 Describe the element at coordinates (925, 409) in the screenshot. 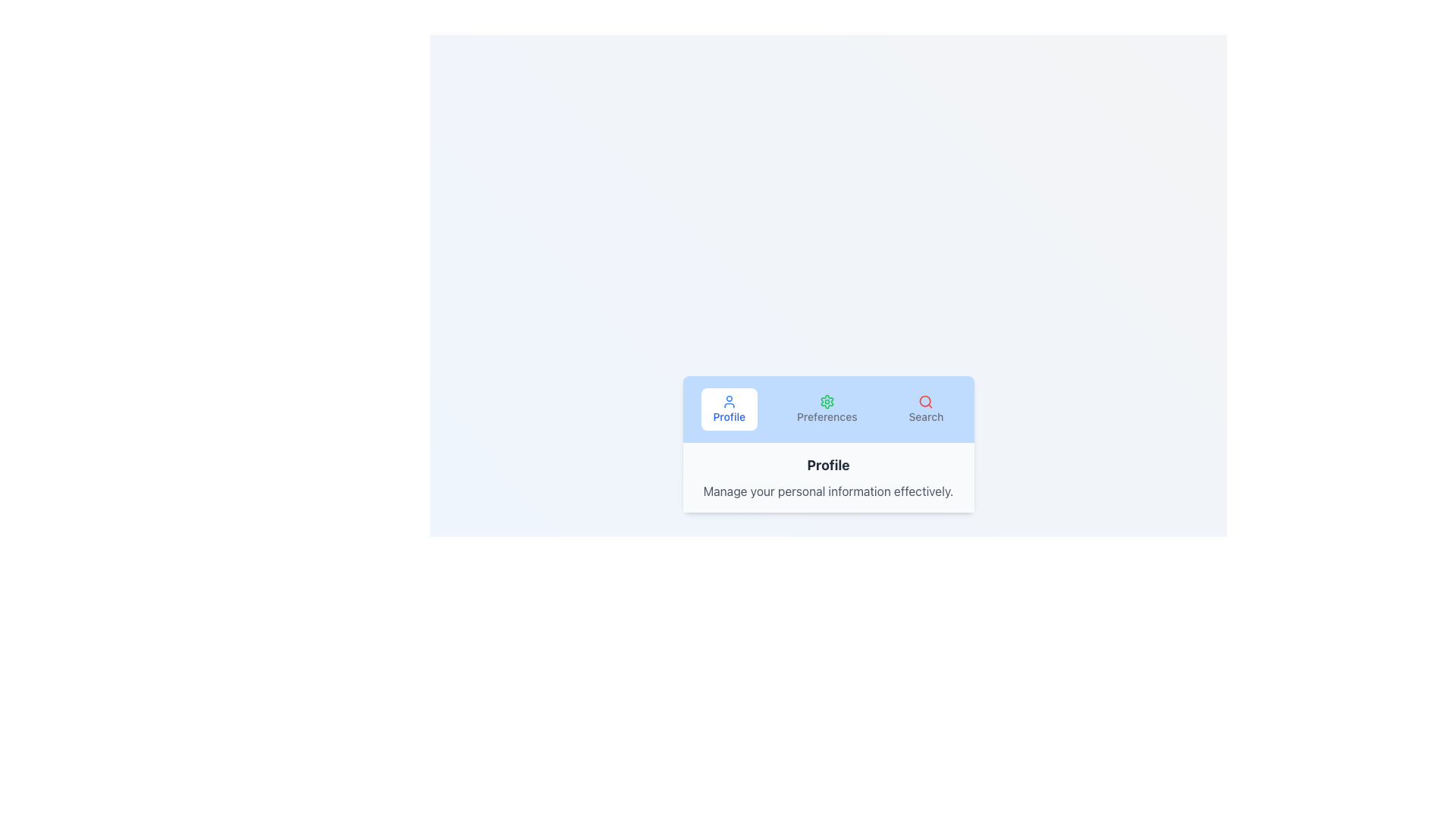

I see `the 'Search' button with a light blue background and a red search icon to change its appearance` at that location.